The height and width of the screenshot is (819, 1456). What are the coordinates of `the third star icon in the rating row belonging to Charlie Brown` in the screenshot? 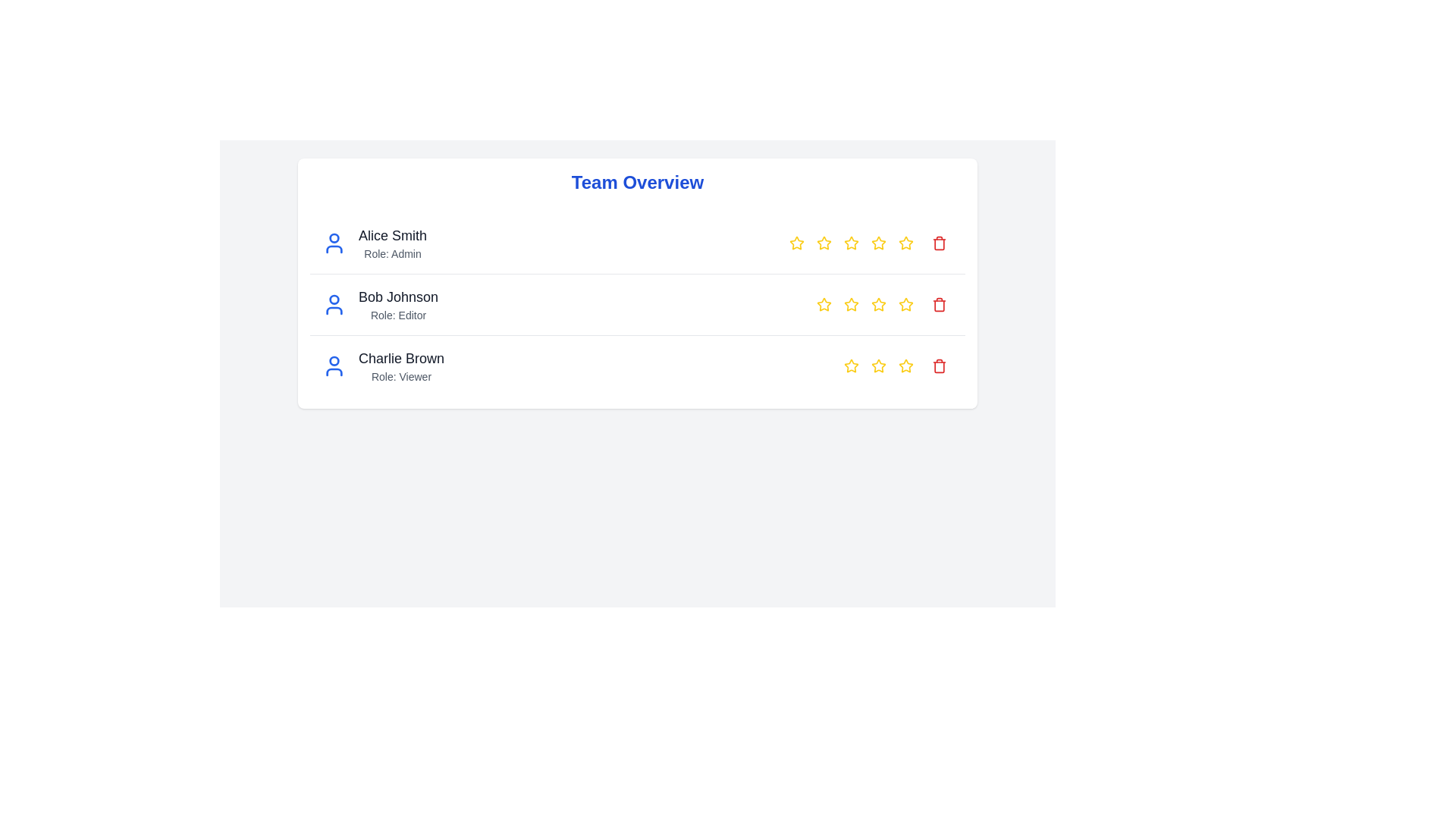 It's located at (878, 366).